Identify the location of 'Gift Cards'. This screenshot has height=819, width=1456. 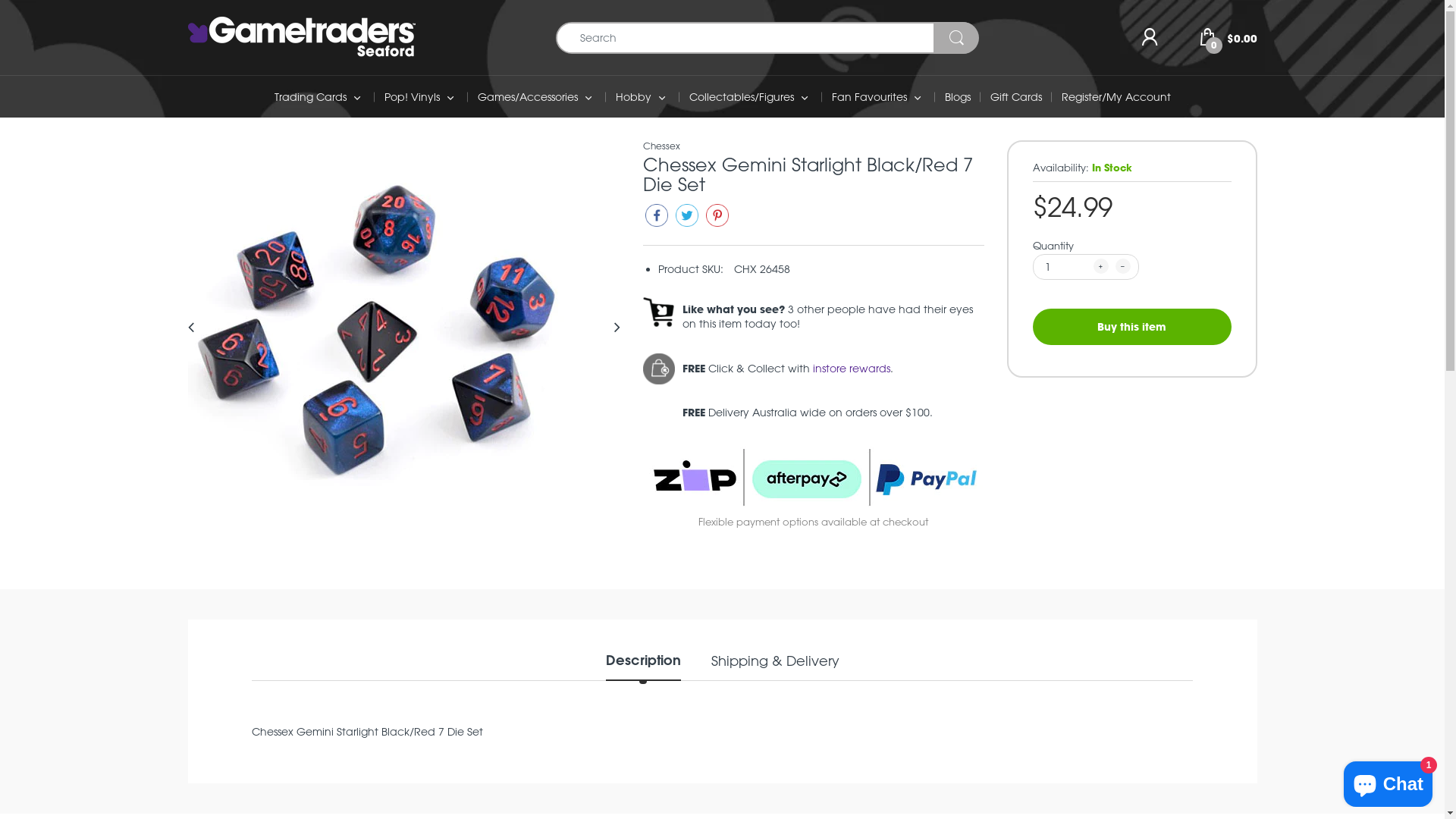
(990, 96).